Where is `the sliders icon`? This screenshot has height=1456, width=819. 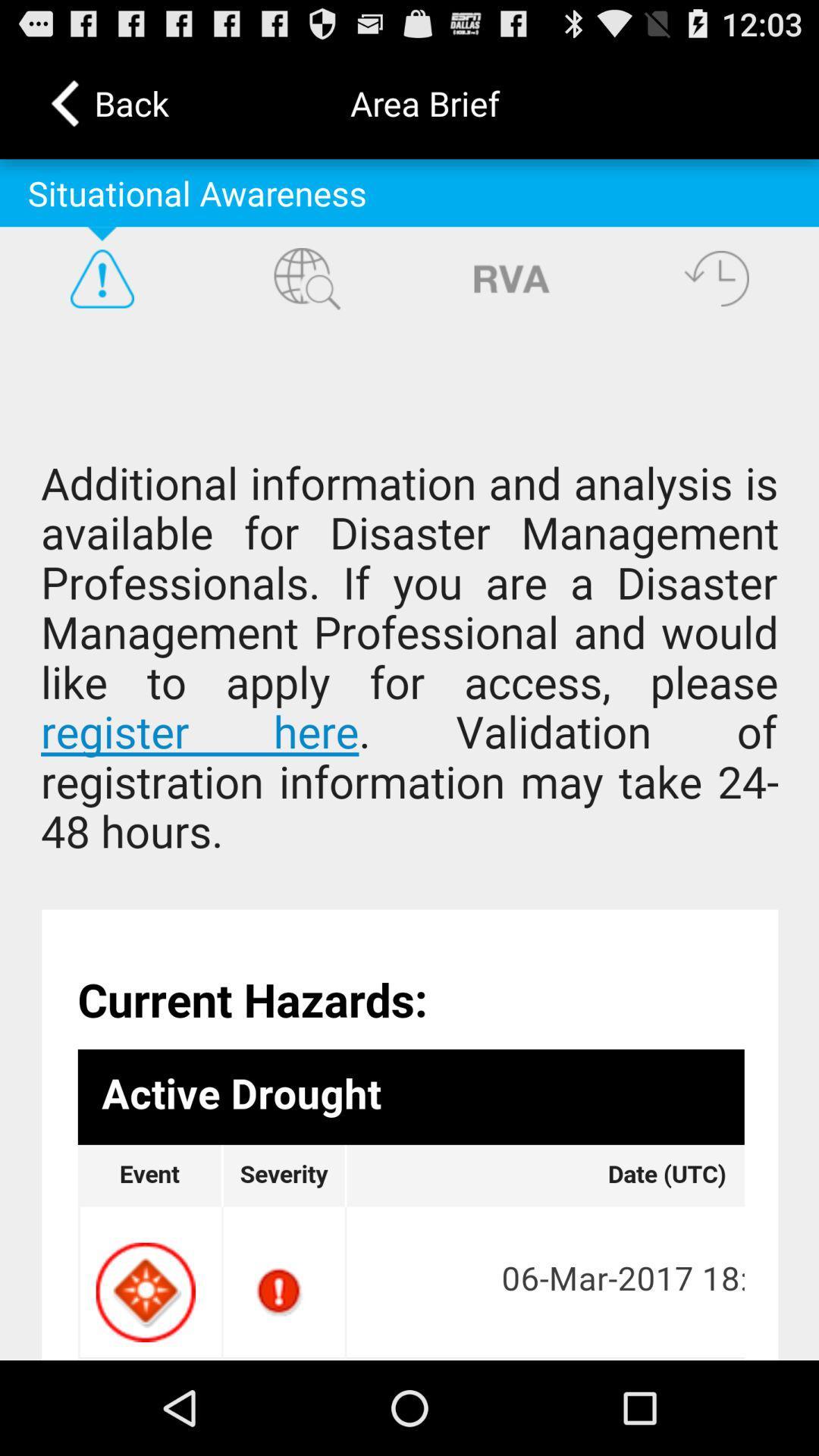
the sliders icon is located at coordinates (512, 298).